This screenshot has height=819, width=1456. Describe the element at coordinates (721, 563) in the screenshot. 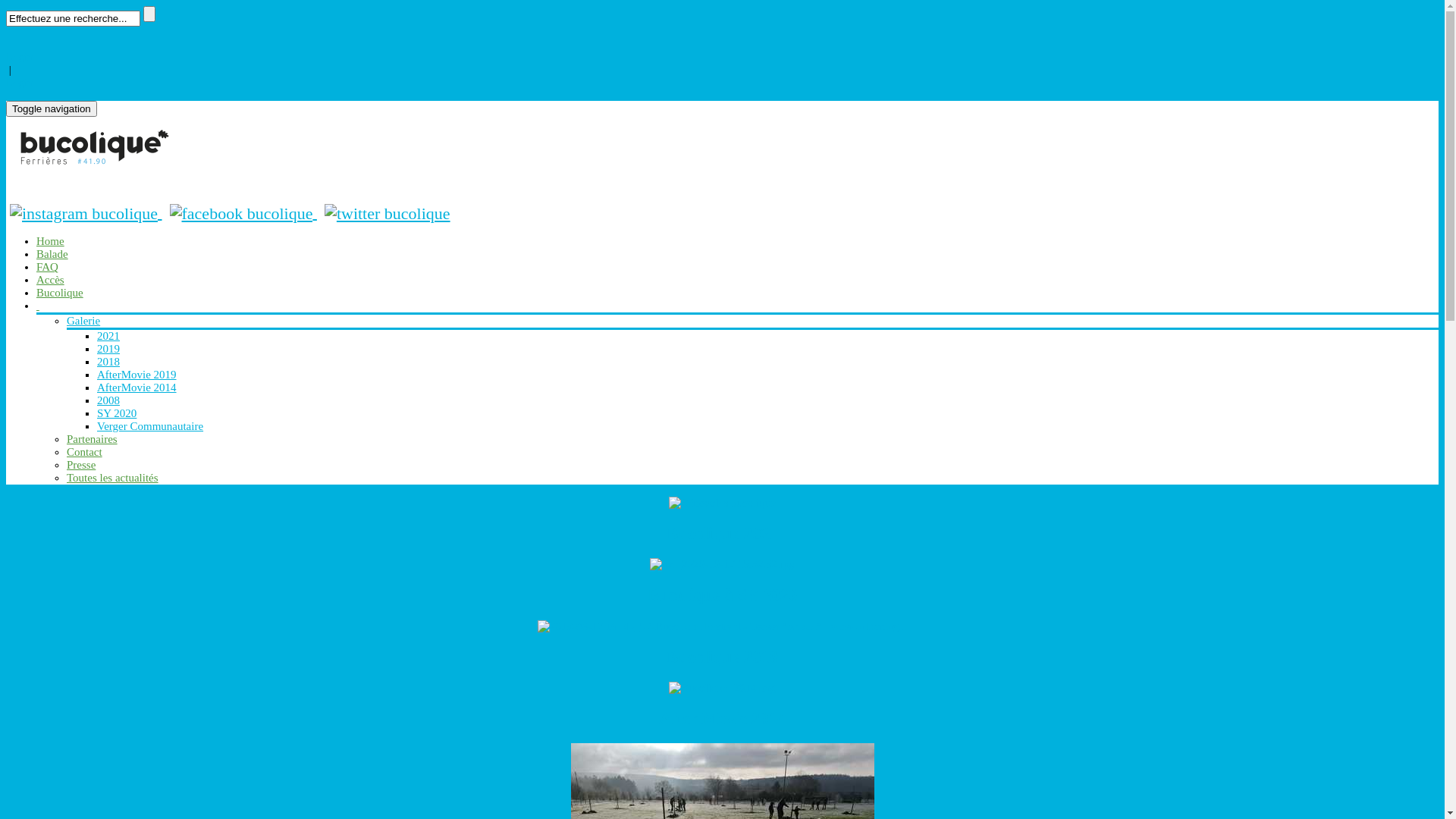

I see `'SY 2020'` at that location.